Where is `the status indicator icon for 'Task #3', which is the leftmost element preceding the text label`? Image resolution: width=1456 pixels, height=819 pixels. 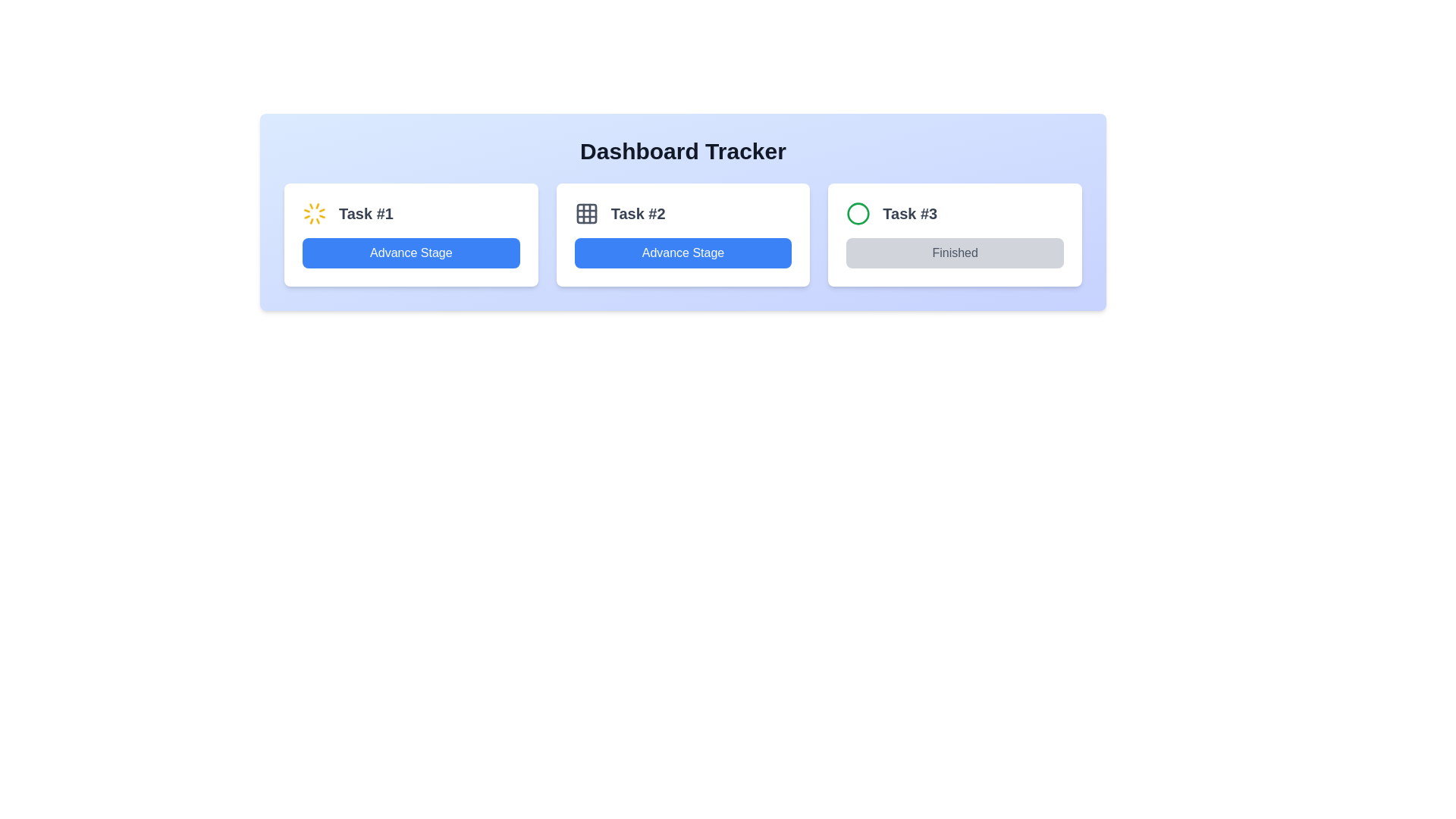
the status indicator icon for 'Task #3', which is the leftmost element preceding the text label is located at coordinates (858, 213).